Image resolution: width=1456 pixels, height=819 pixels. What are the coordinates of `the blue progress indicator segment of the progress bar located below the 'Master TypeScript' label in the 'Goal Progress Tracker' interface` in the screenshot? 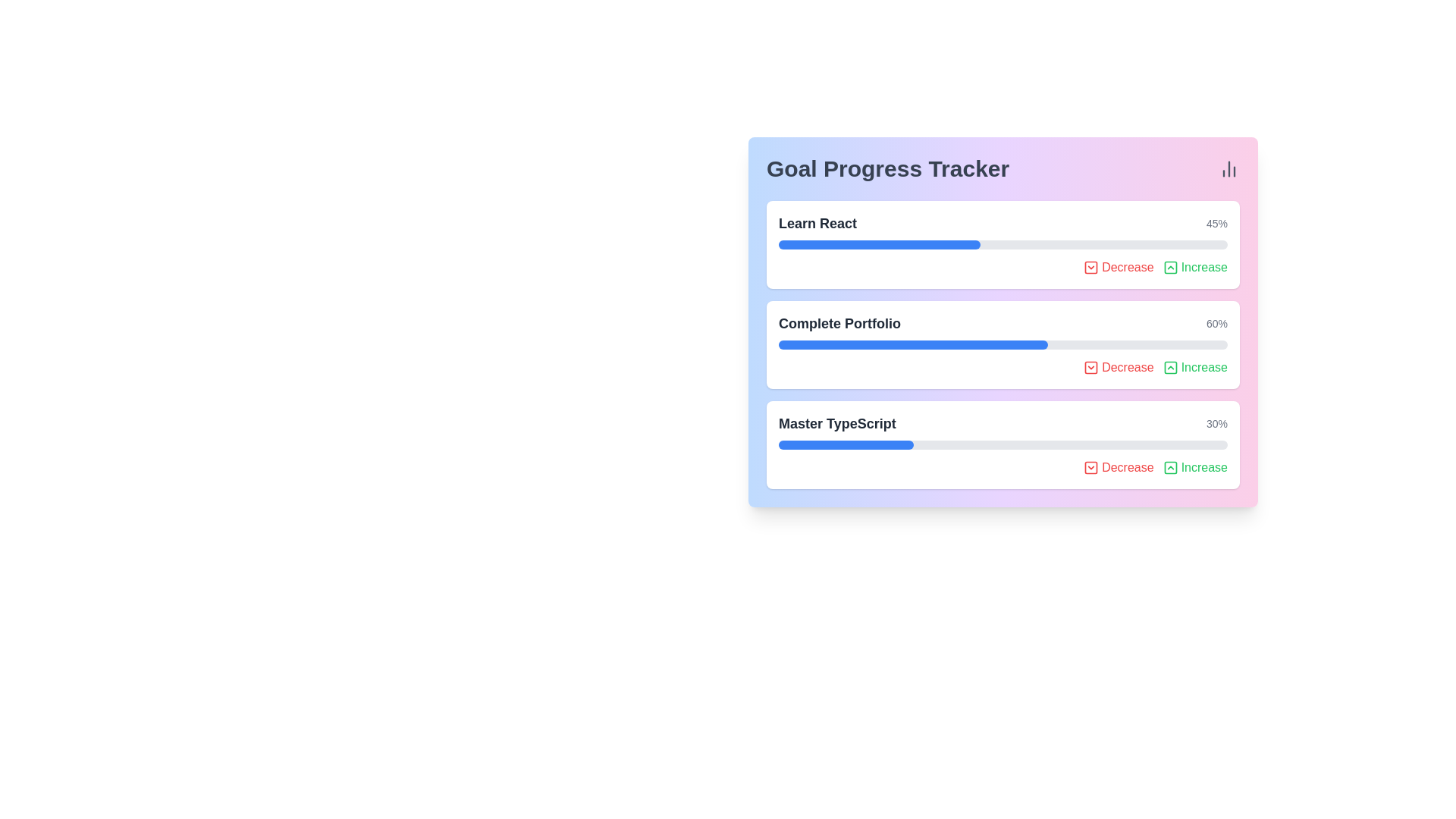 It's located at (845, 444).